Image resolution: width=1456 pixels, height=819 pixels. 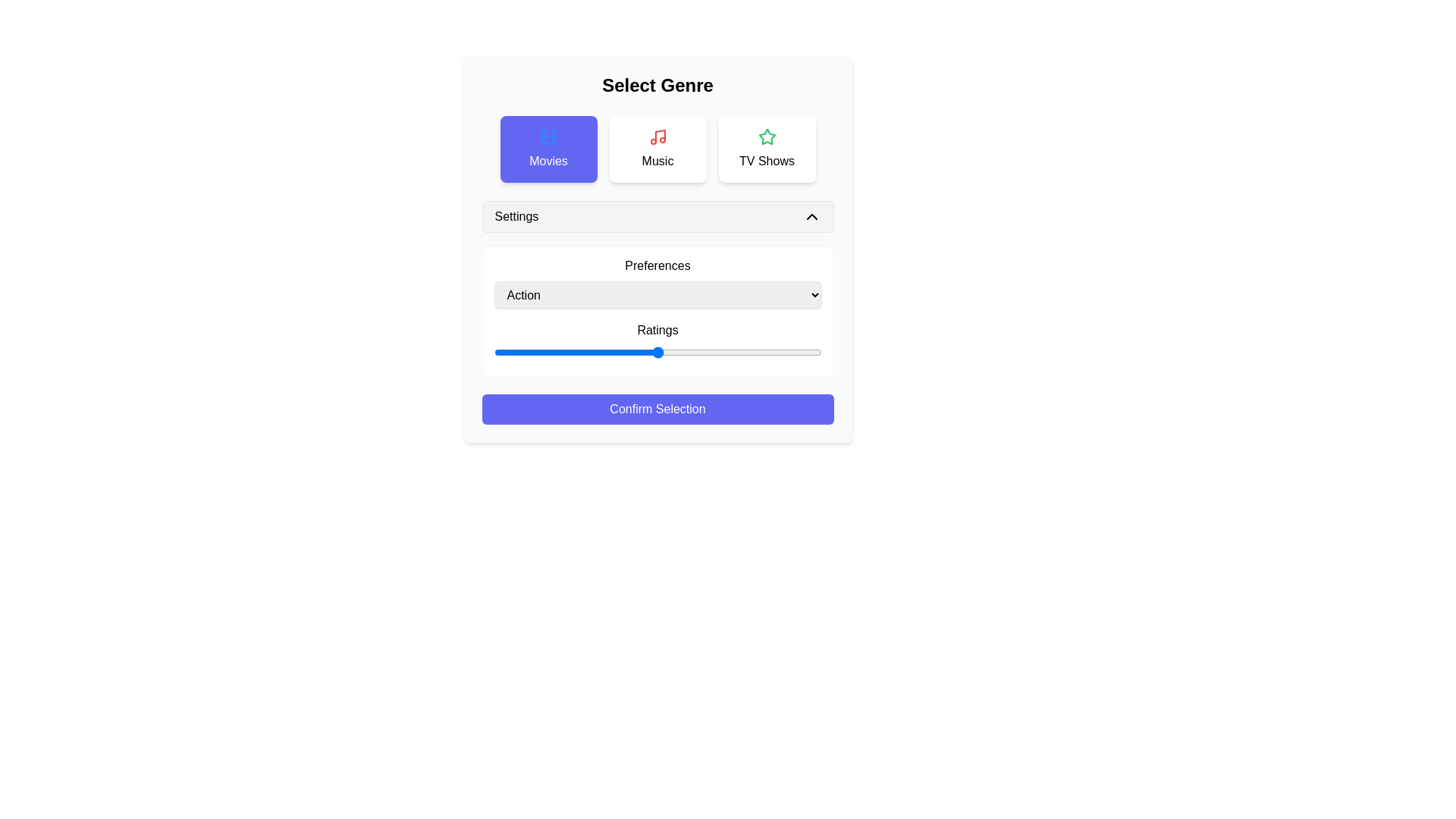 I want to click on the rating value, so click(x=651, y=353).